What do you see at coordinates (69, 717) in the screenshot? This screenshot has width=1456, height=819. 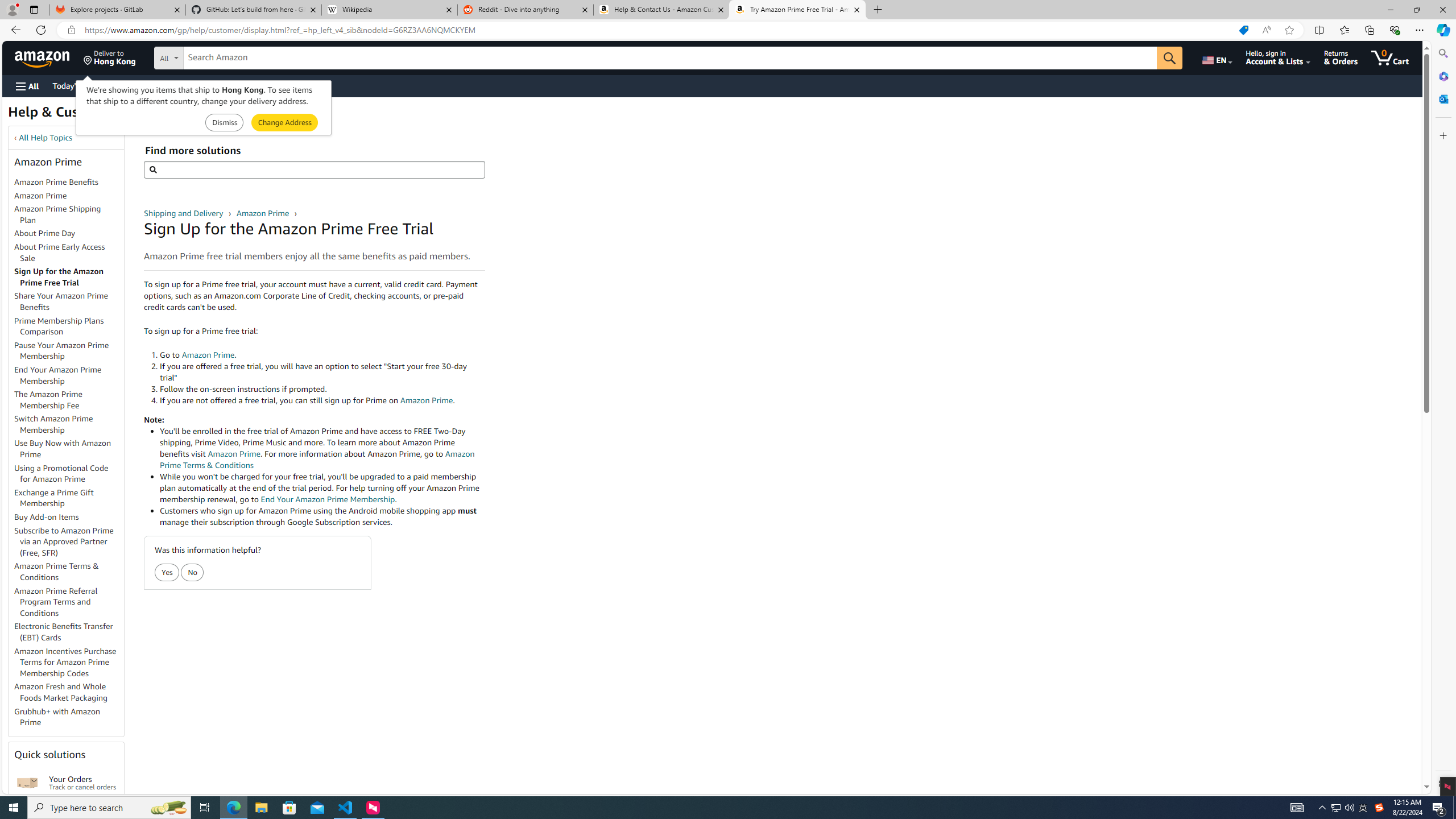 I see `'Grubhub+ with Amazon Prime'` at bounding box center [69, 717].